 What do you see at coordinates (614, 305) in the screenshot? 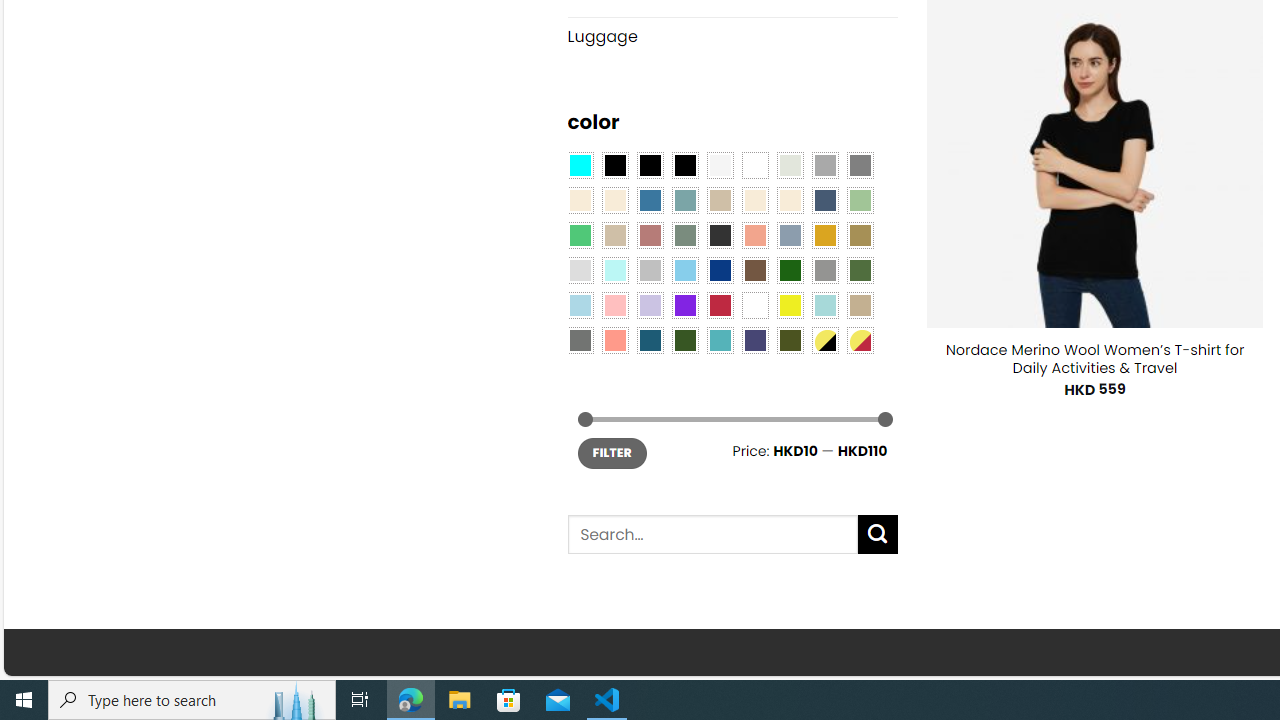
I see `'Pink'` at bounding box center [614, 305].